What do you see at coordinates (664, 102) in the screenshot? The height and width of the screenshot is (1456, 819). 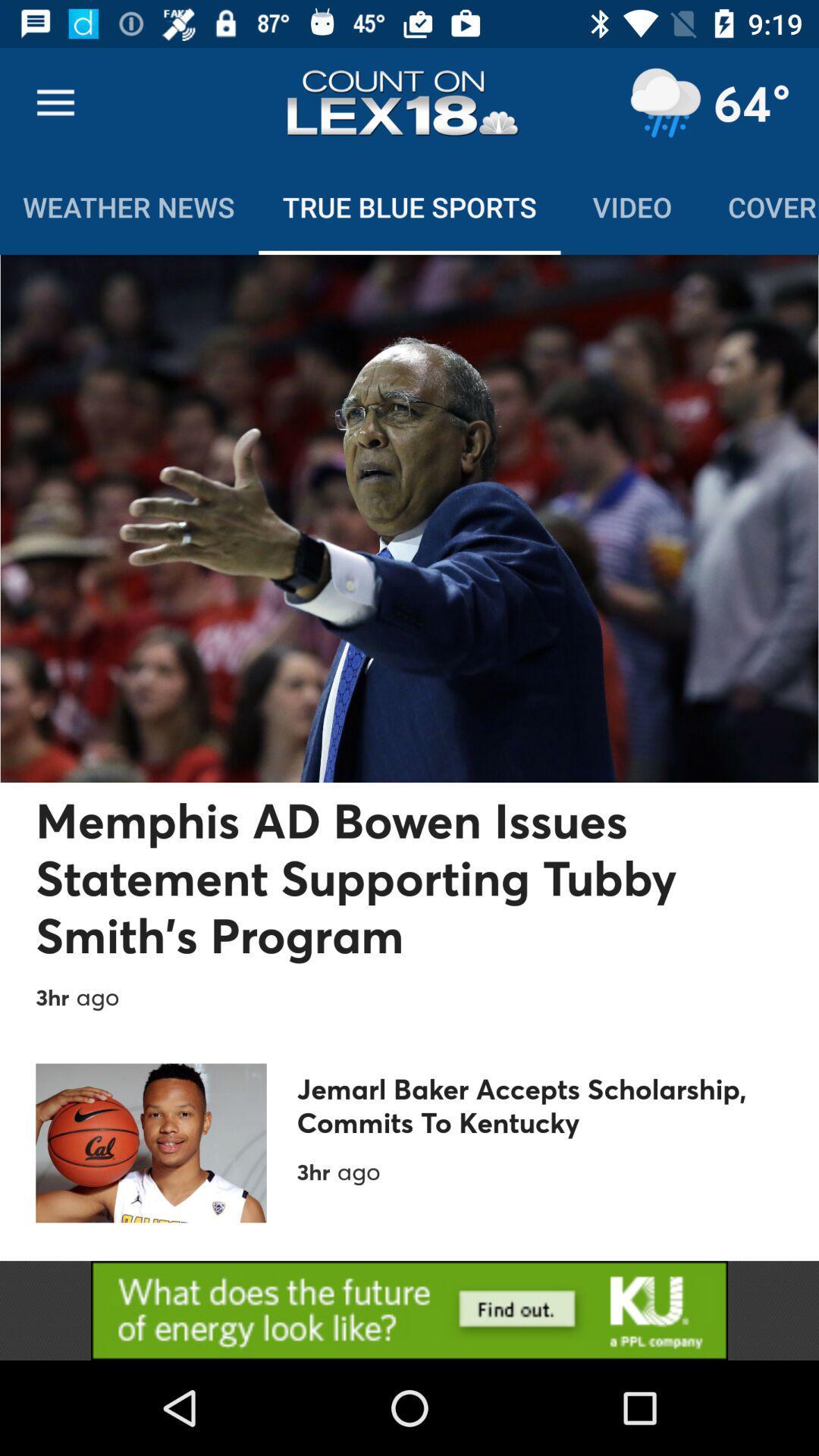 I see `the button is used to know weather` at bounding box center [664, 102].